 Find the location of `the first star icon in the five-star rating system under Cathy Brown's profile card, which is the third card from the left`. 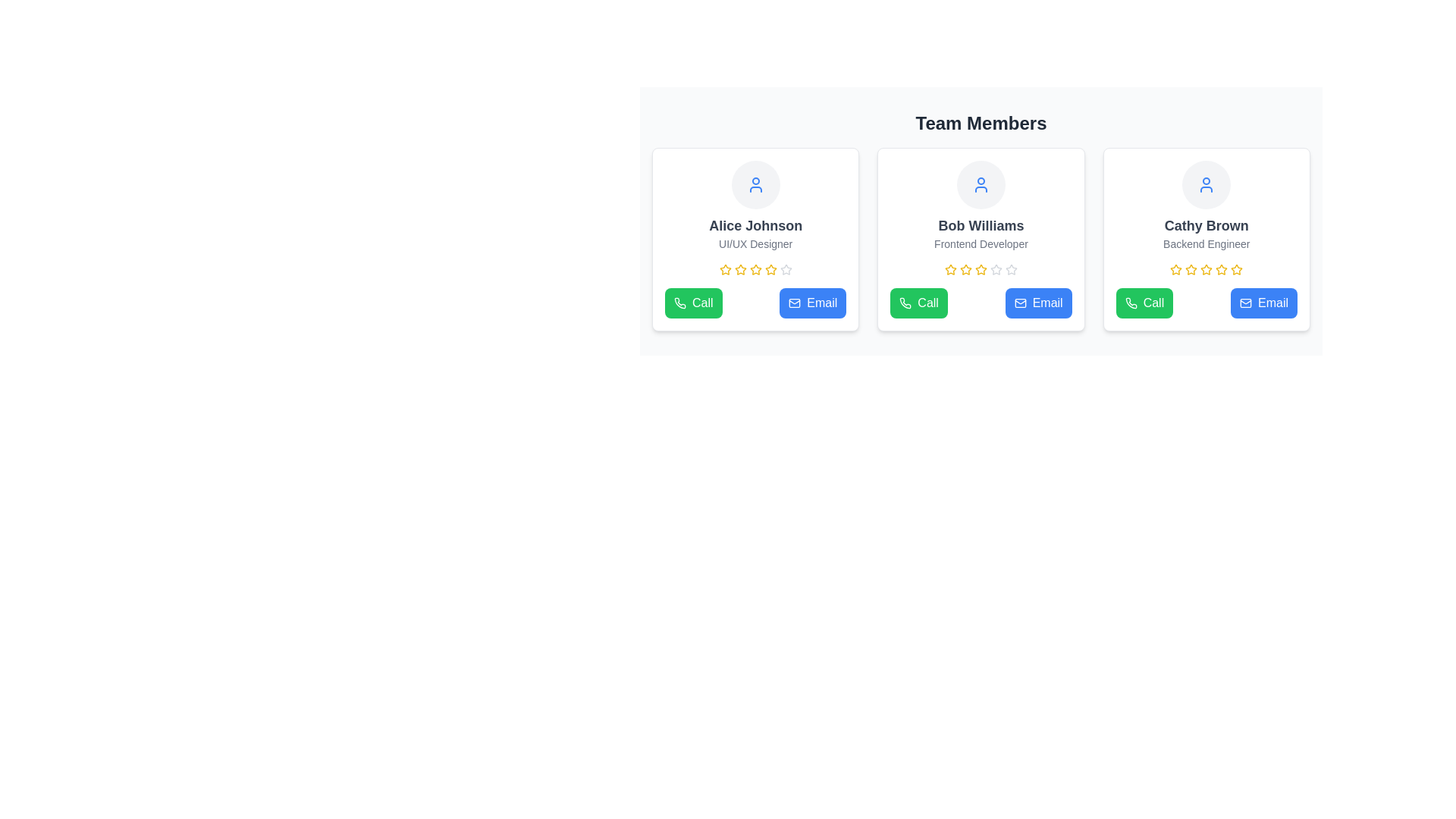

the first star icon in the five-star rating system under Cathy Brown's profile card, which is the third card from the left is located at coordinates (1175, 268).